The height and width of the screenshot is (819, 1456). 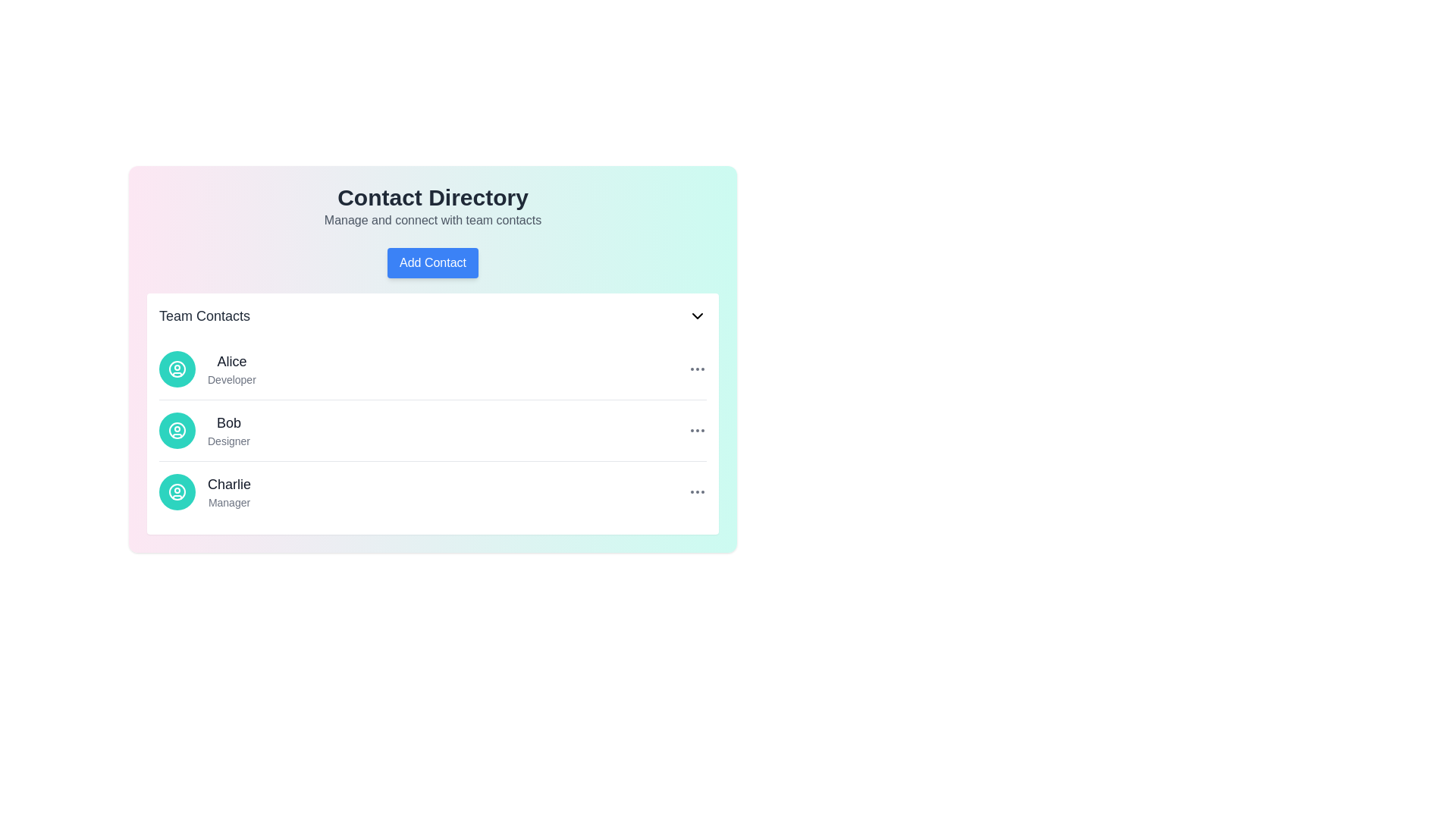 What do you see at coordinates (177, 430) in the screenshot?
I see `the circular user silhouette icon with a teal background, representing the contact entry for 'Bob', which is positioned between the icons for 'Alice' and 'Charlie'` at bounding box center [177, 430].